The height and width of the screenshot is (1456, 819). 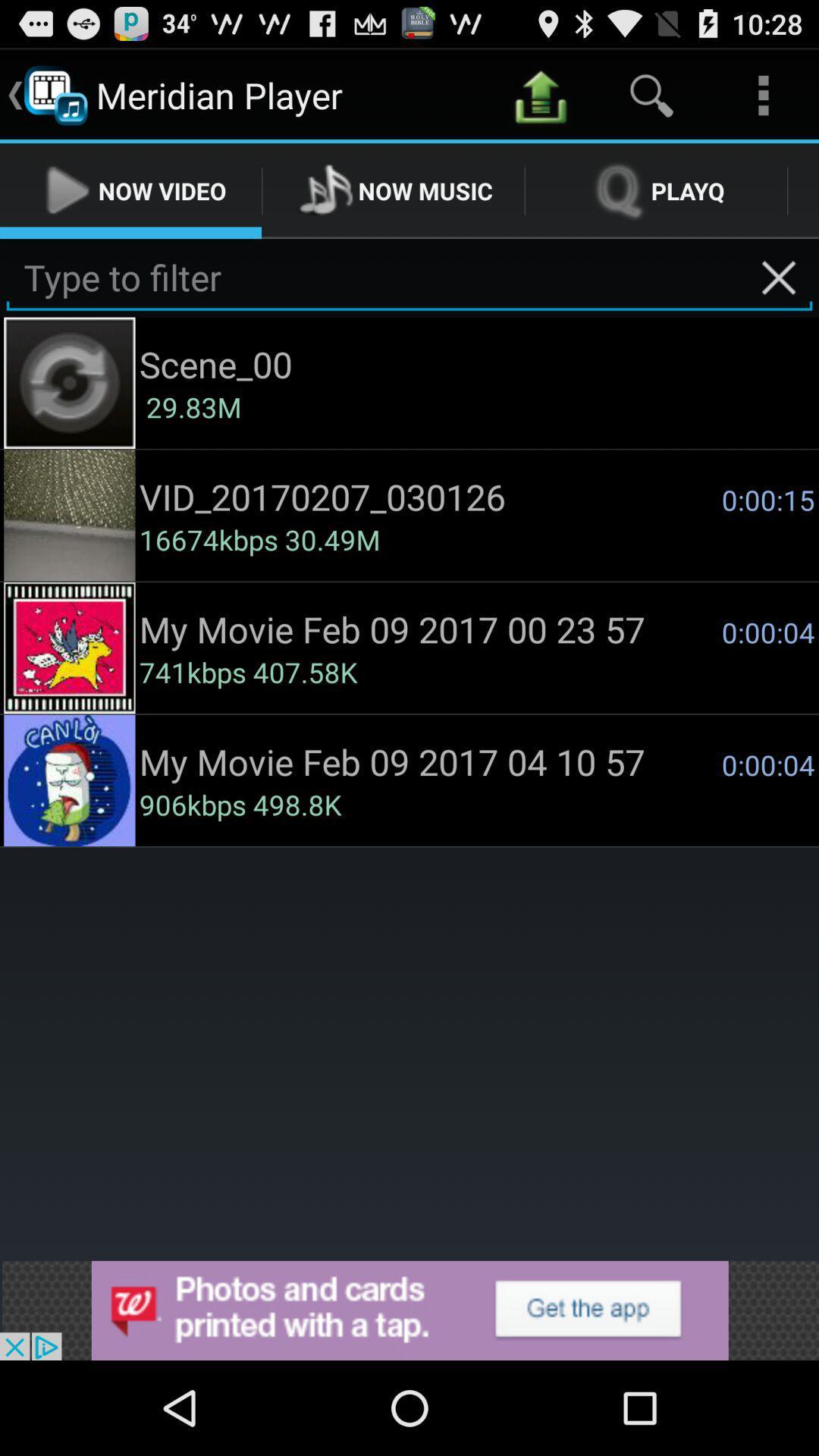 What do you see at coordinates (409, 278) in the screenshot?
I see `type to fliter` at bounding box center [409, 278].